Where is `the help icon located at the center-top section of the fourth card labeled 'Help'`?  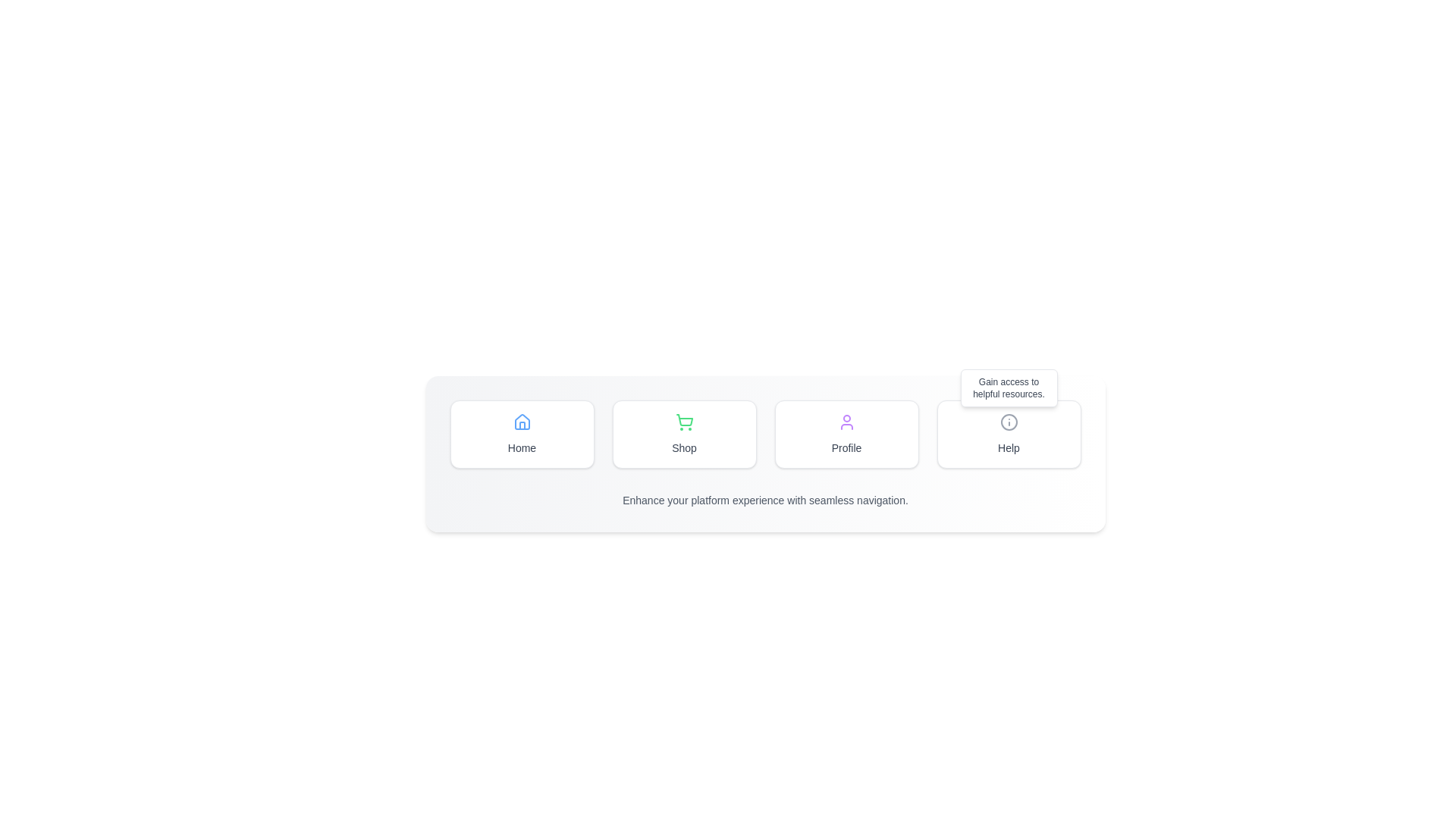
the help icon located at the center-top section of the fourth card labeled 'Help' is located at coordinates (1009, 422).